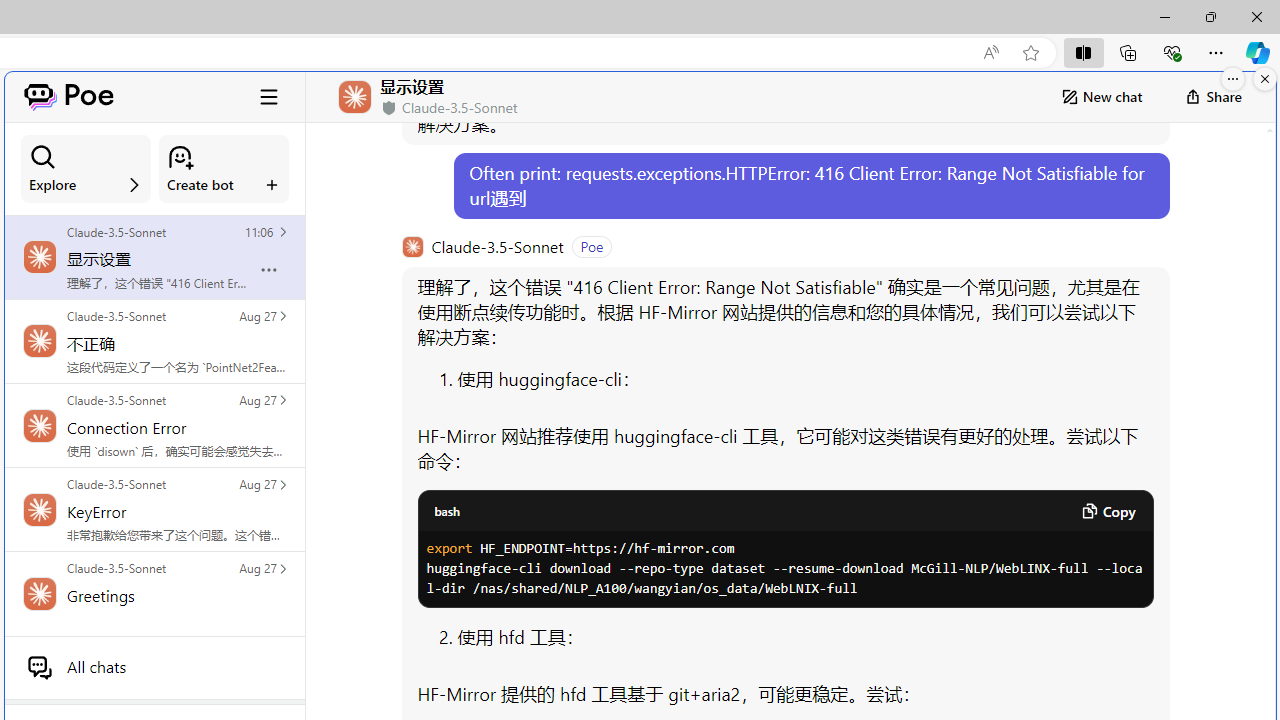 The width and height of the screenshot is (1280, 720). What do you see at coordinates (1171, 51) in the screenshot?
I see `'Browser essentials'` at bounding box center [1171, 51].